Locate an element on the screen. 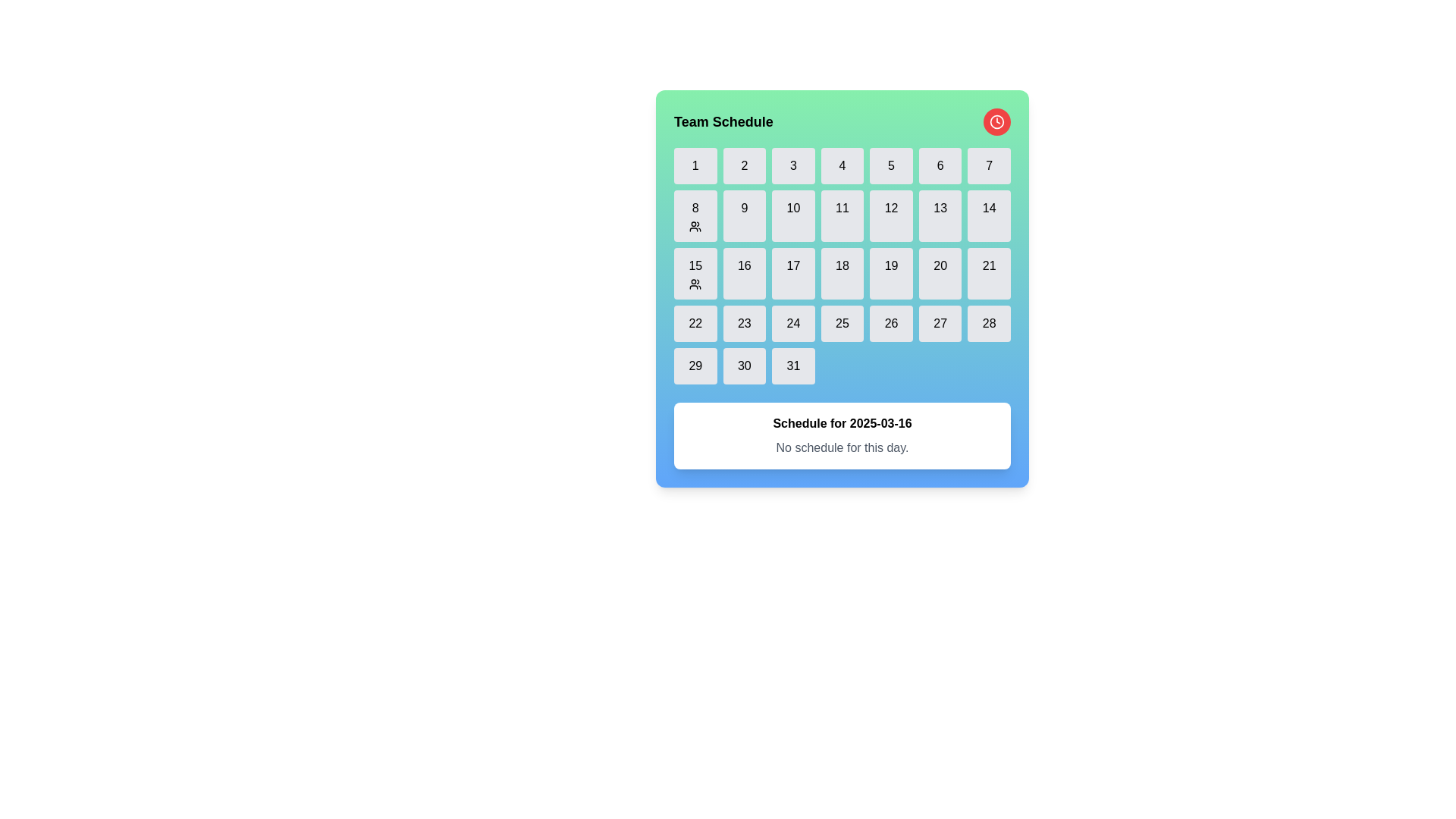 The image size is (1456, 819). the date selector button for the 24th of the month in the 'Team Schedule' calendar interface is located at coordinates (792, 323).